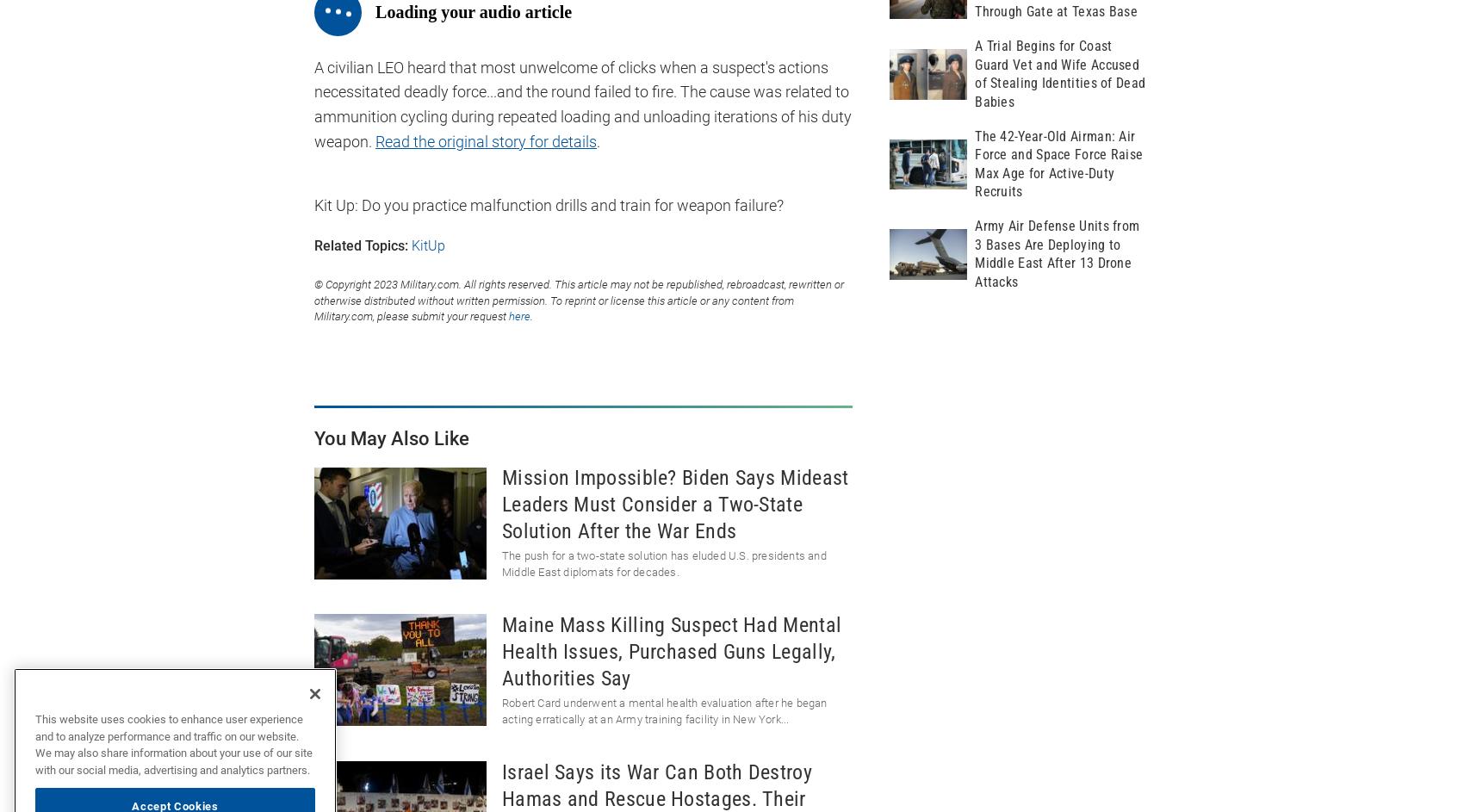  What do you see at coordinates (360, 244) in the screenshot?
I see `'Related Topics:'` at bounding box center [360, 244].